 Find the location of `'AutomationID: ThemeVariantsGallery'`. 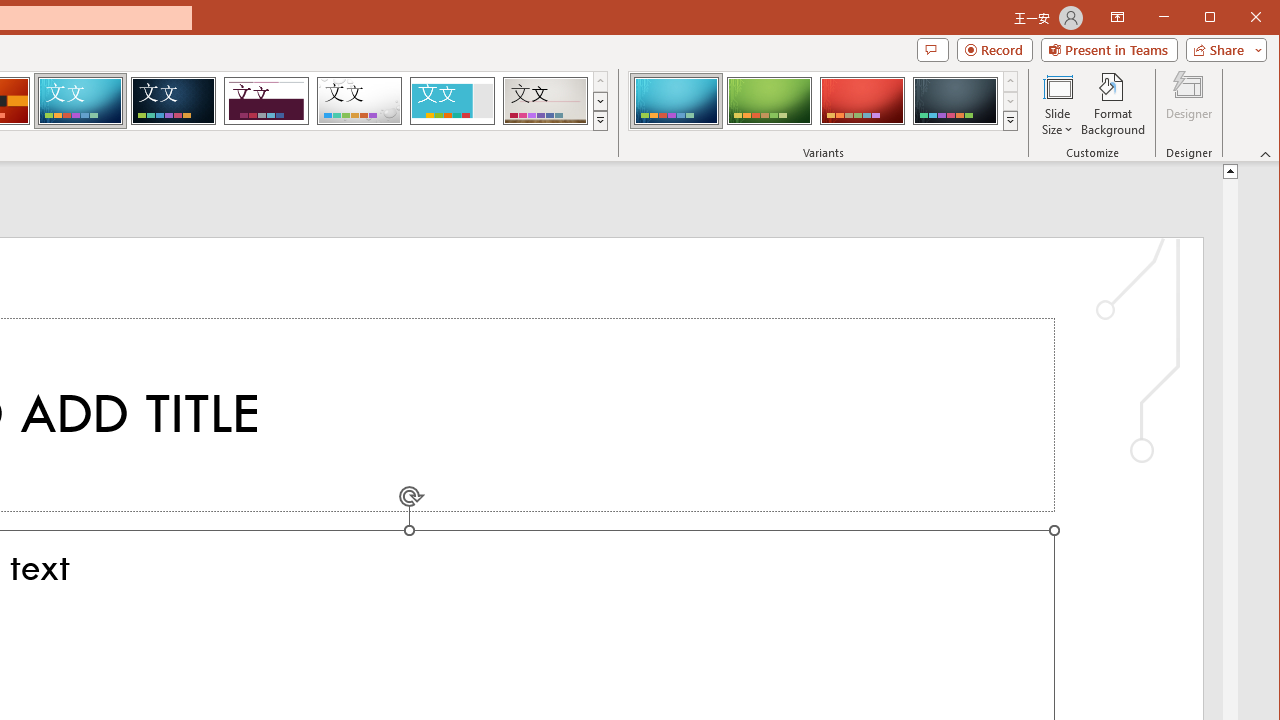

'AutomationID: ThemeVariantsGallery' is located at coordinates (824, 101).